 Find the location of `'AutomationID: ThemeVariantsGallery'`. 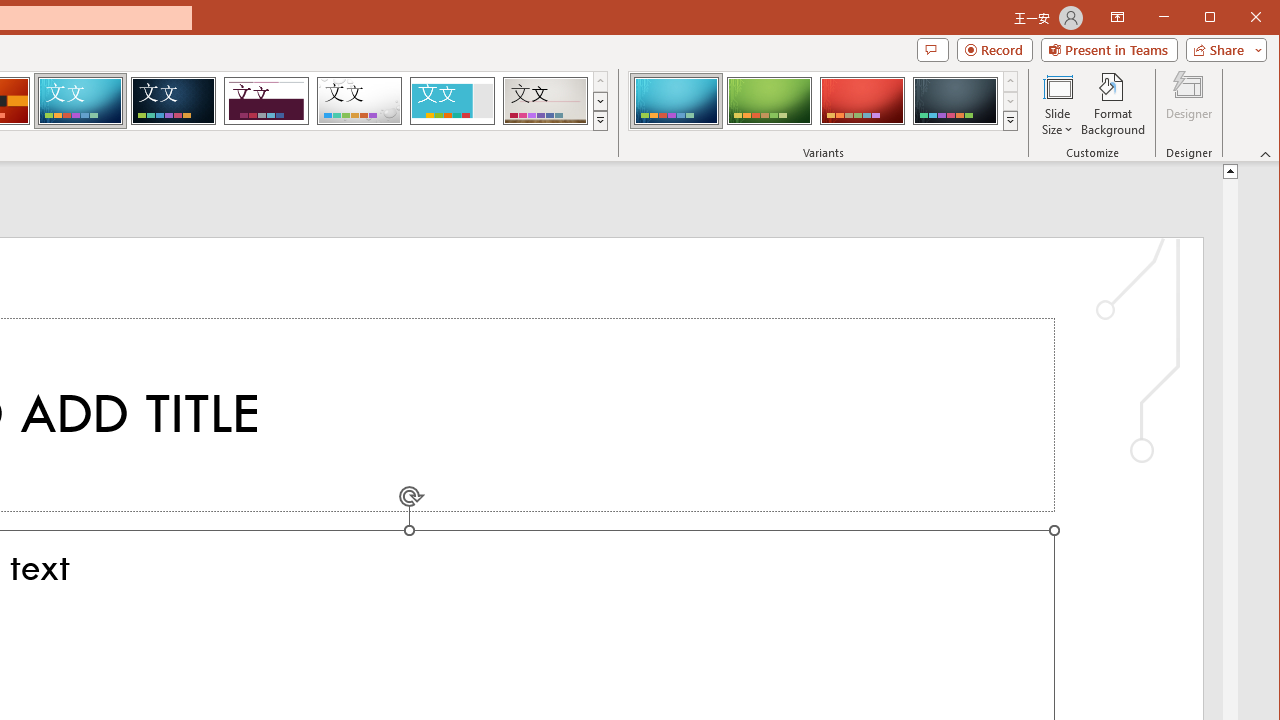

'AutomationID: ThemeVariantsGallery' is located at coordinates (824, 101).